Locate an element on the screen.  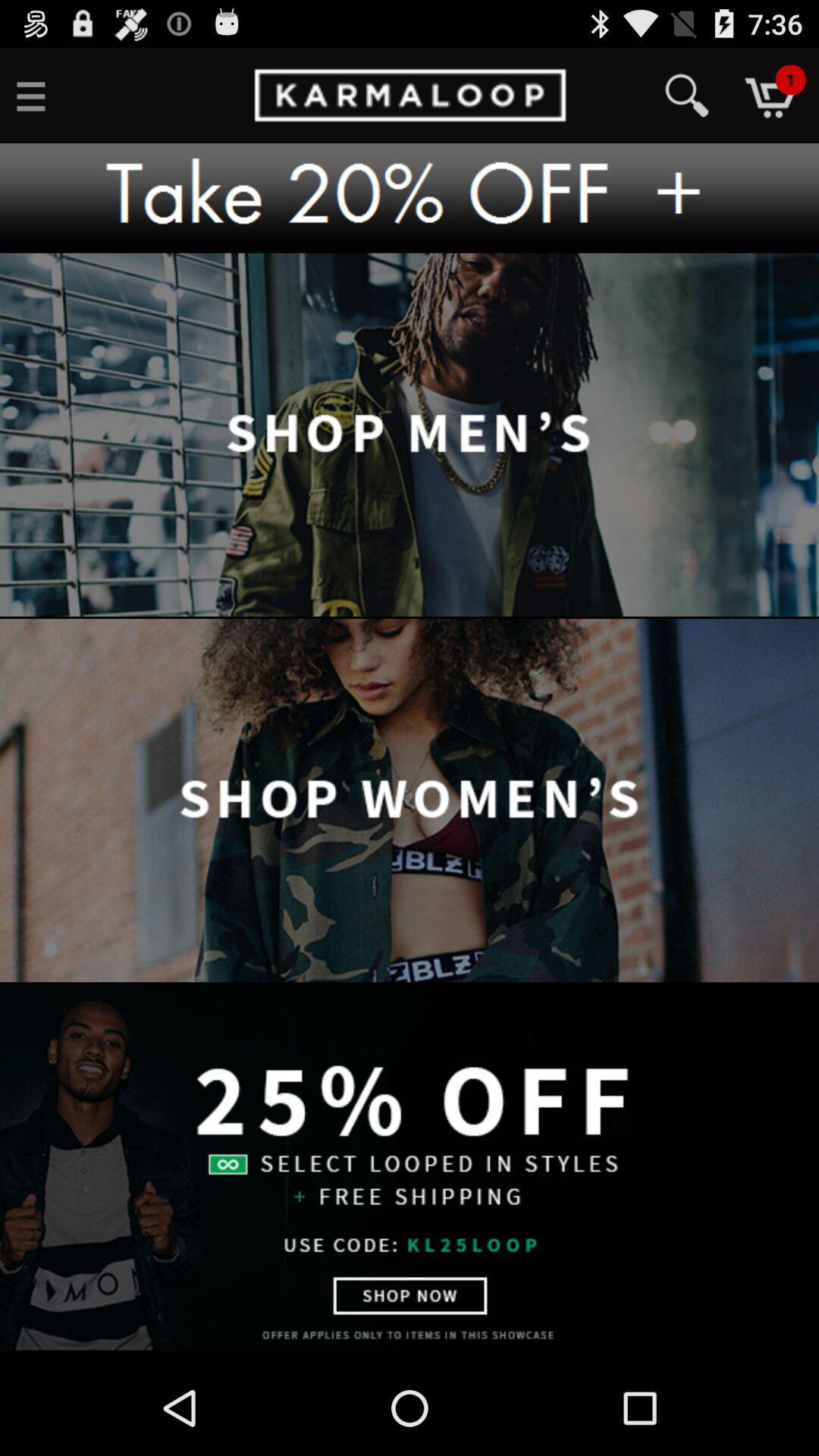
add coupon is located at coordinates (409, 197).